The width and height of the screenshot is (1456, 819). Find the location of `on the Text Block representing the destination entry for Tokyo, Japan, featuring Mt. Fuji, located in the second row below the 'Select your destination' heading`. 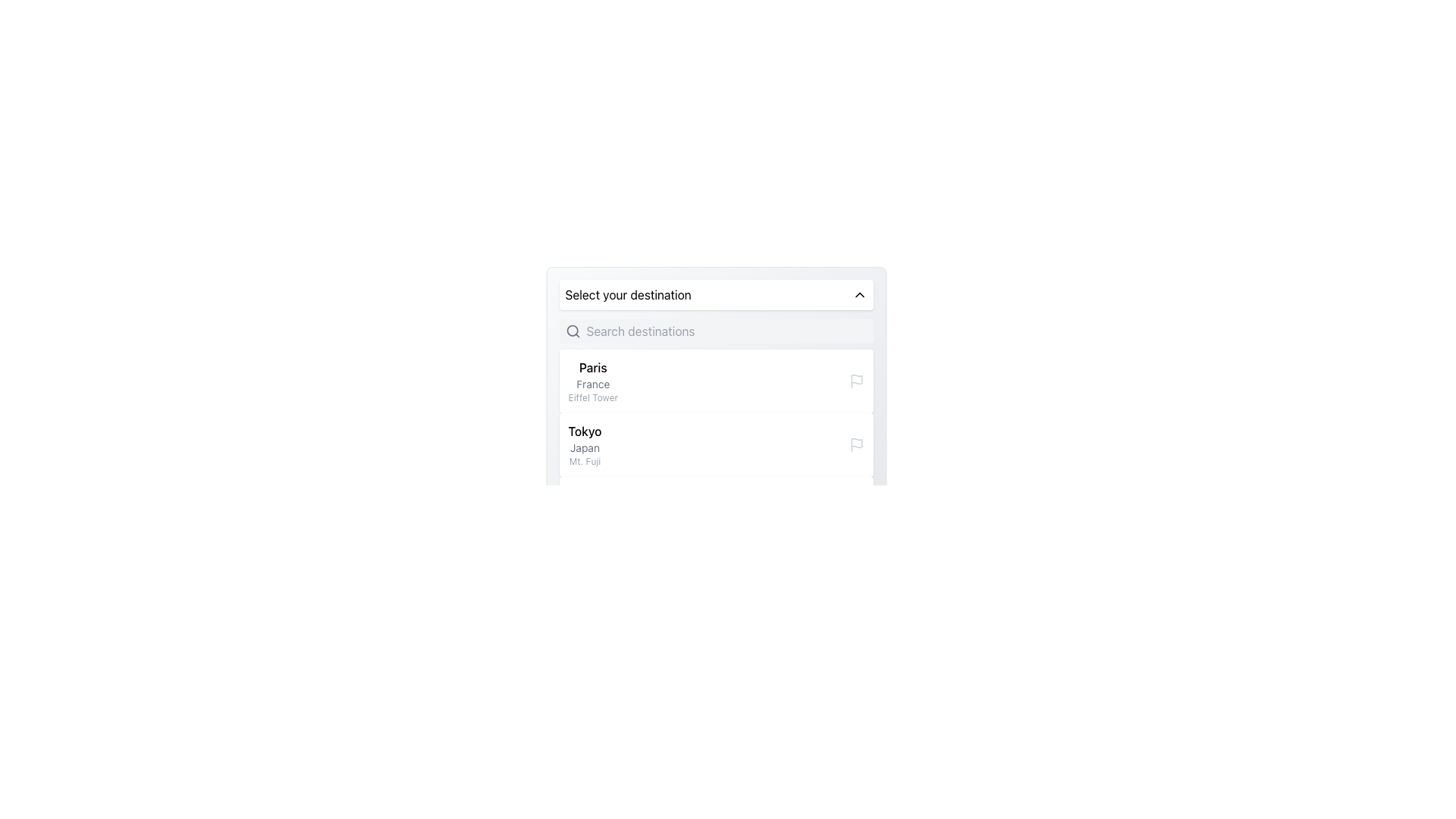

on the Text Block representing the destination entry for Tokyo, Japan, featuring Mt. Fuji, located in the second row below the 'Select your destination' heading is located at coordinates (584, 444).